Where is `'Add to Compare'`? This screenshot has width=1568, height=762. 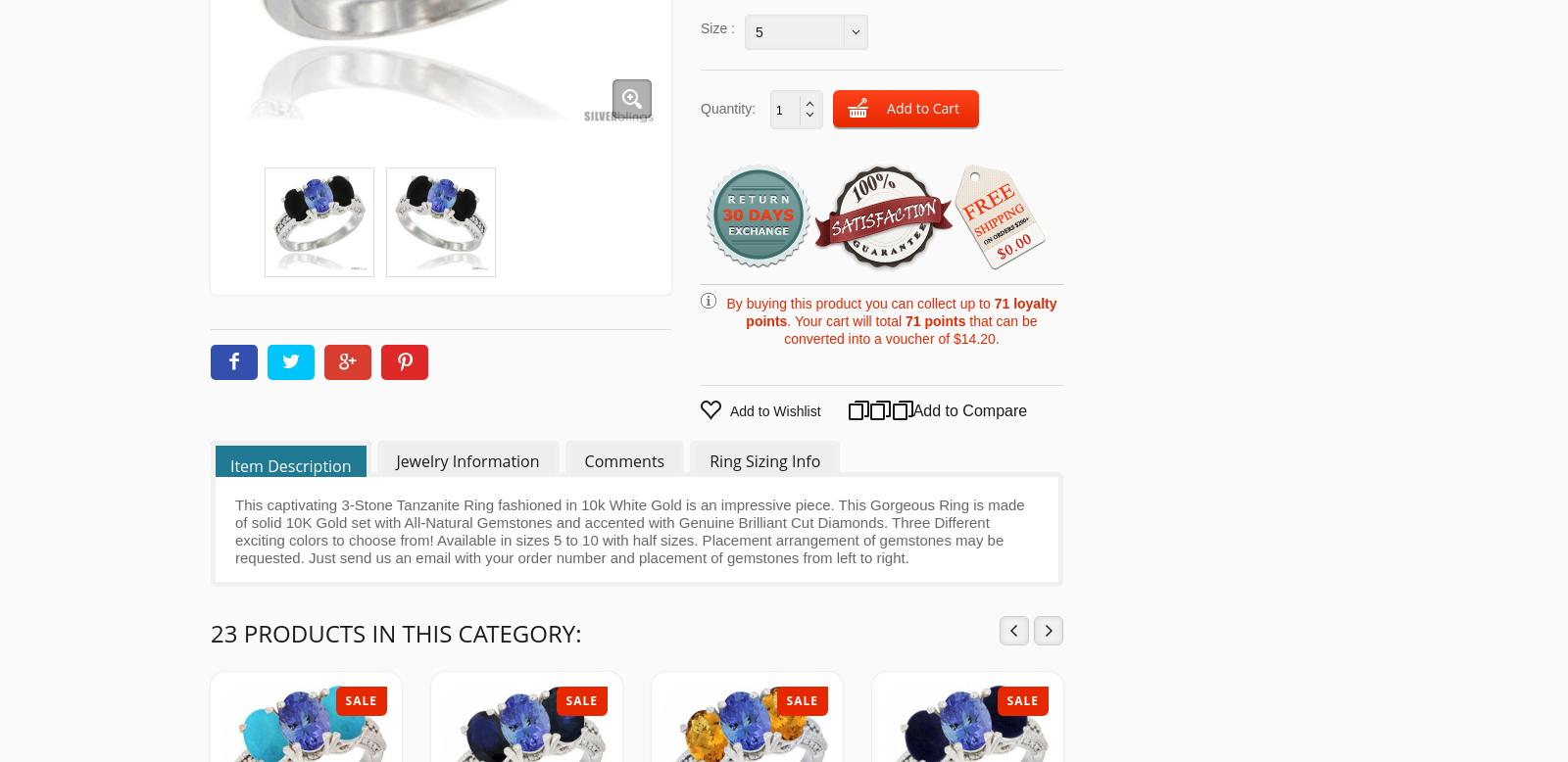
'Add to Compare' is located at coordinates (907, 410).